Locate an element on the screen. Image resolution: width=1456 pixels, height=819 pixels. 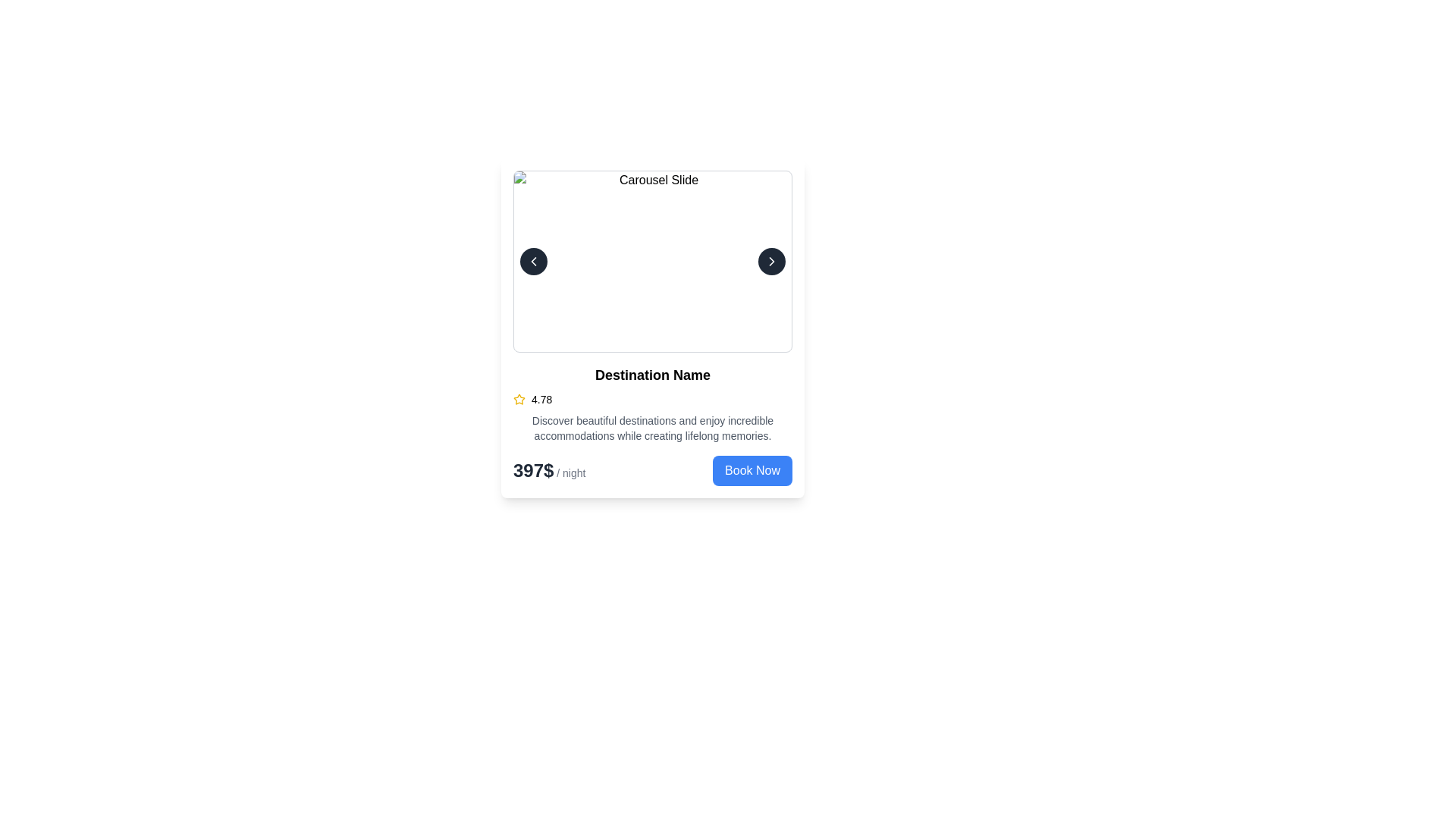
the left navigation button of the carousel is located at coordinates (534, 260).